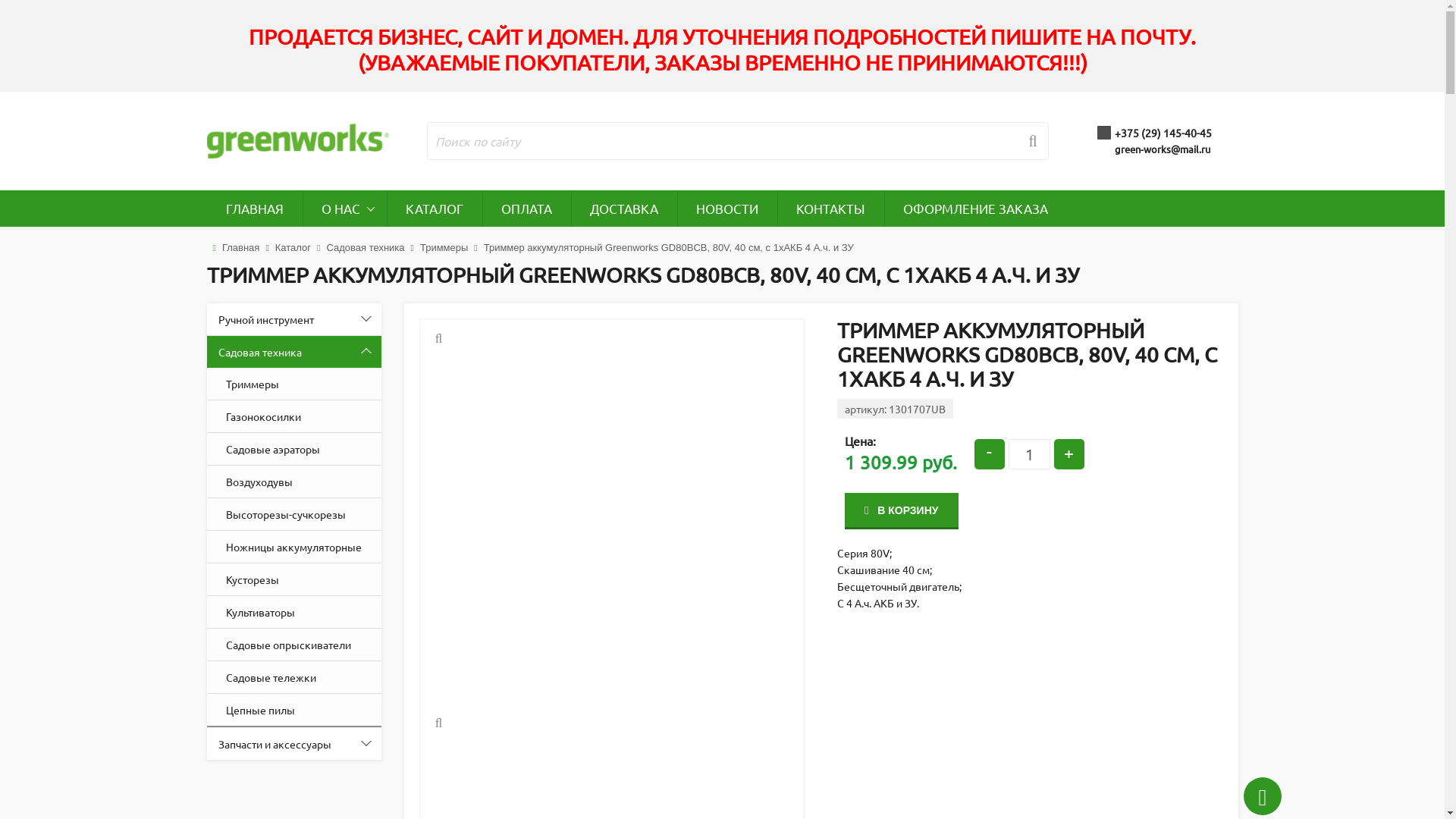  Describe the element at coordinates (1068, 452) in the screenshot. I see `'+'` at that location.